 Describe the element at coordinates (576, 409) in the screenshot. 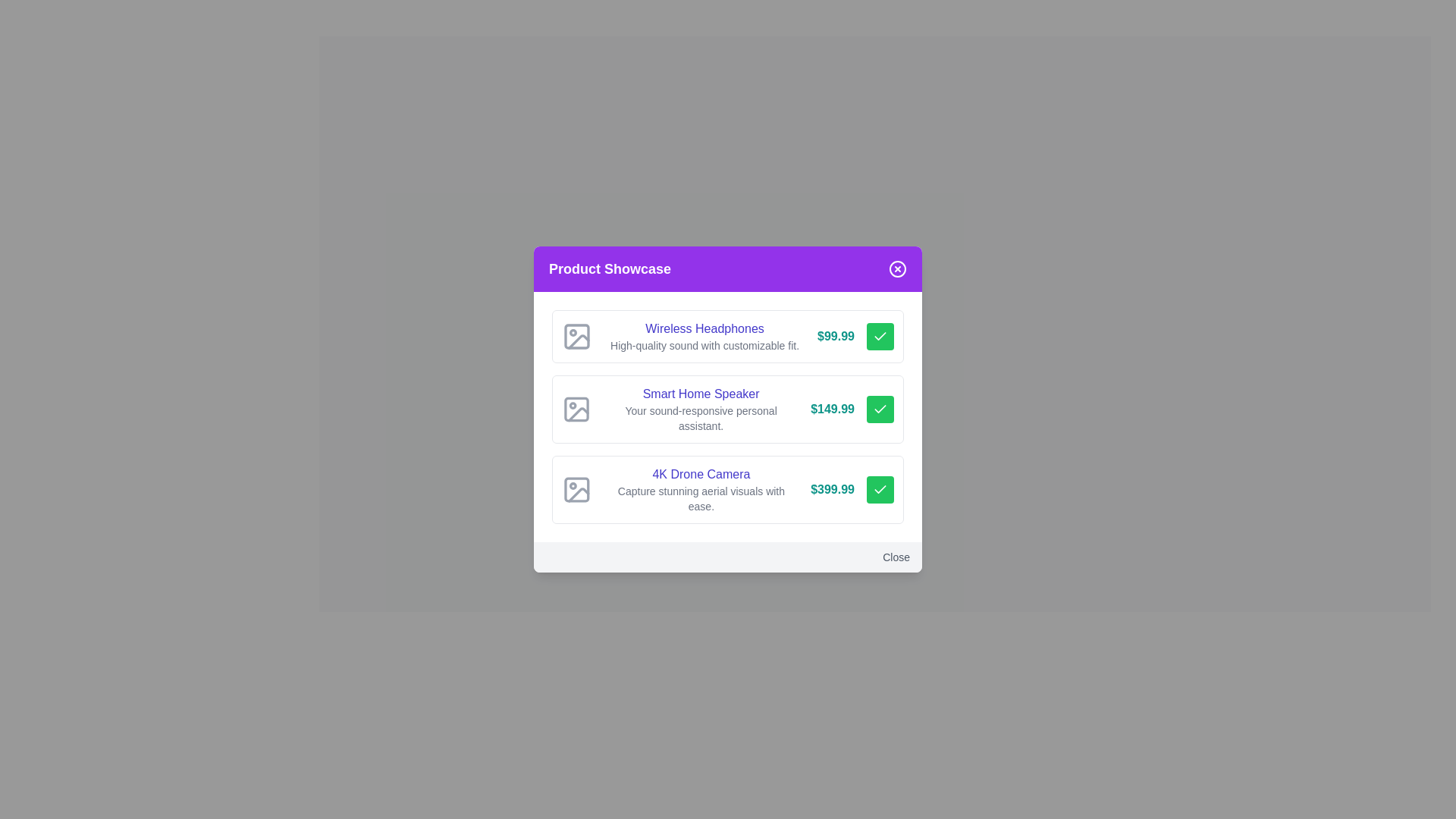

I see `the gray SVG graphic icon representing an abstract image located to the left of the 'Smart Home Speaker' item in the product list` at that location.